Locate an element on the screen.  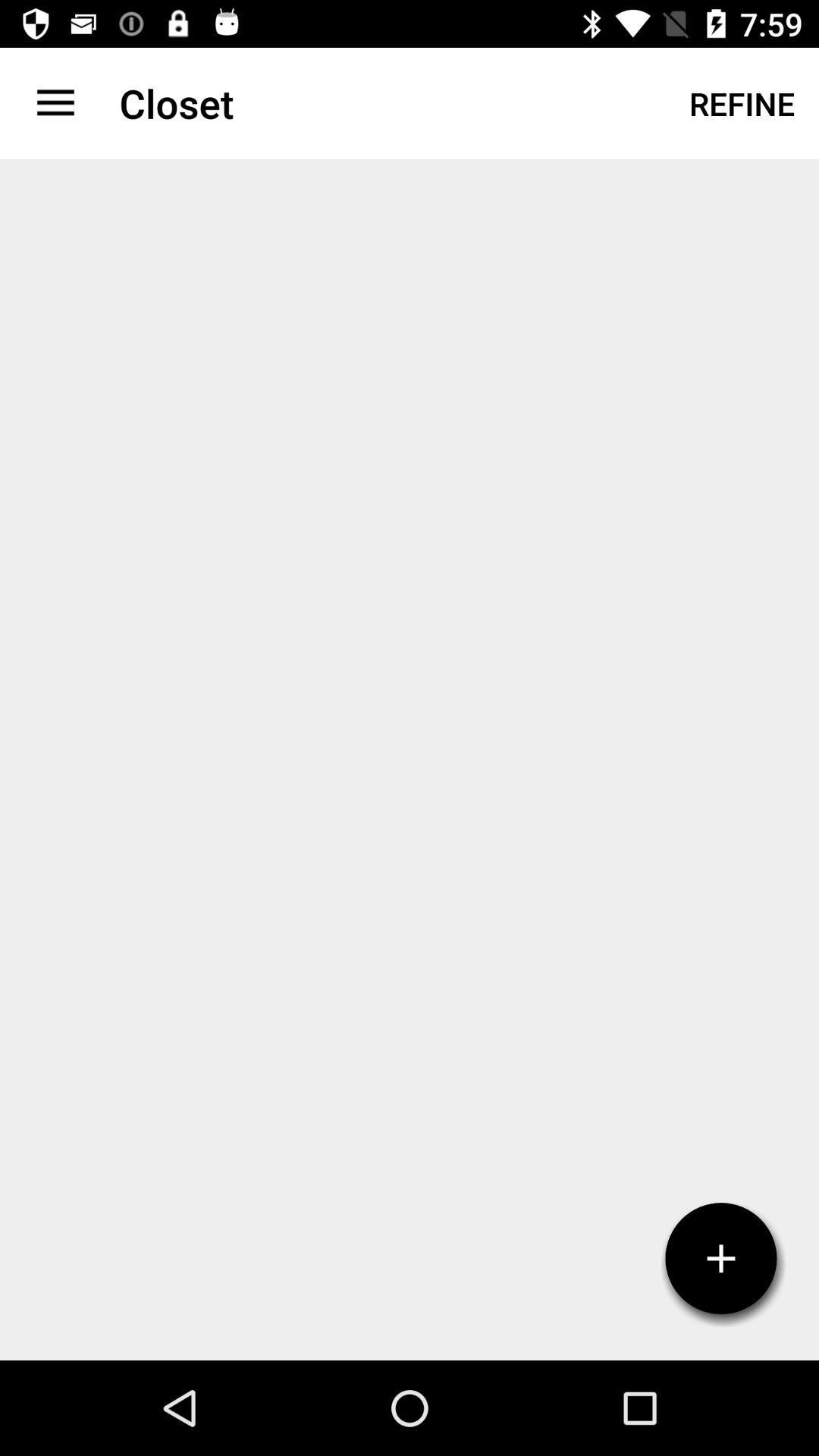
the refine item is located at coordinates (741, 102).